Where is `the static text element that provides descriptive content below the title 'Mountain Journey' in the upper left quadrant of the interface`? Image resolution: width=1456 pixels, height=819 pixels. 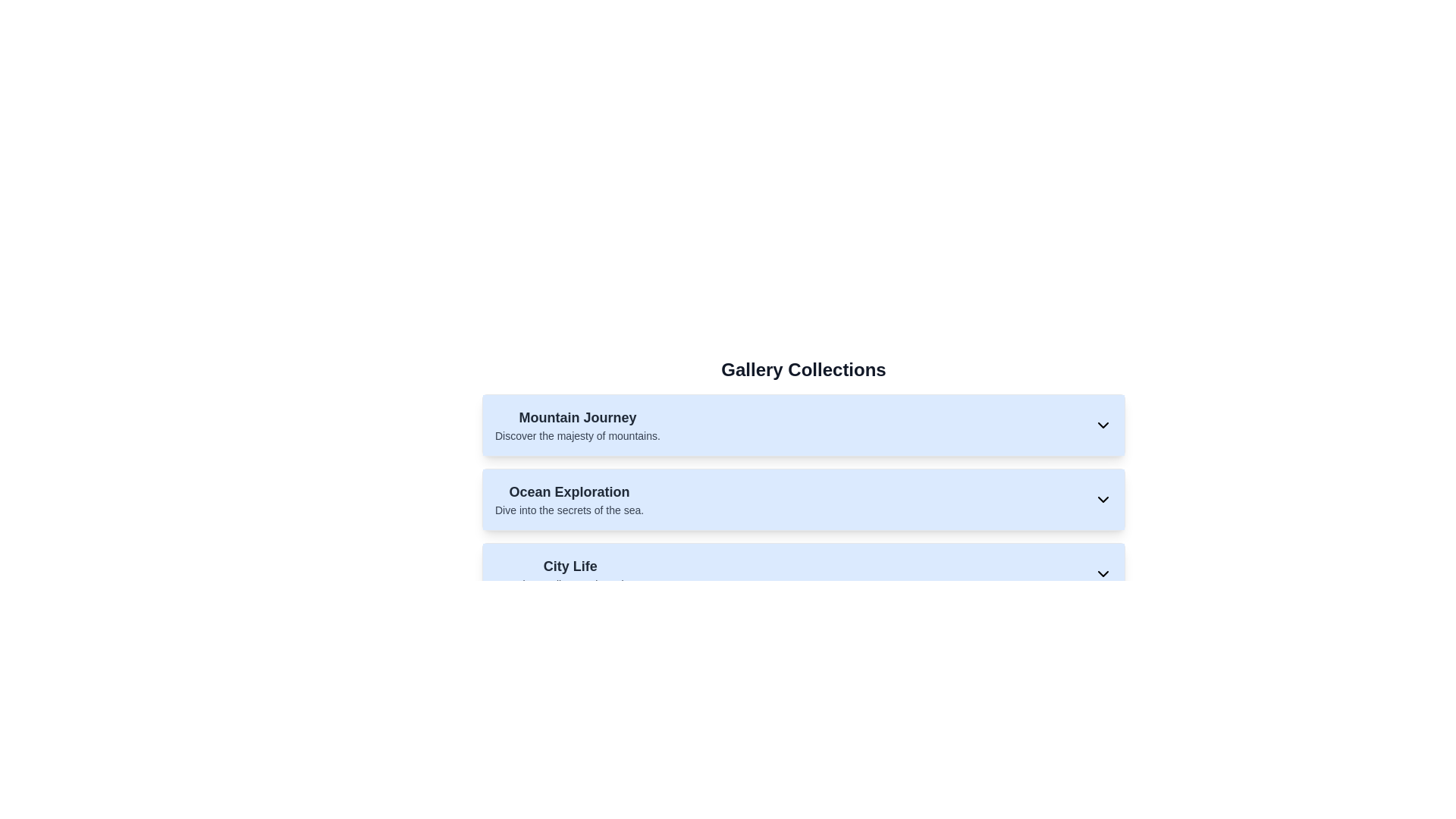
the static text element that provides descriptive content below the title 'Mountain Journey' in the upper left quadrant of the interface is located at coordinates (576, 435).